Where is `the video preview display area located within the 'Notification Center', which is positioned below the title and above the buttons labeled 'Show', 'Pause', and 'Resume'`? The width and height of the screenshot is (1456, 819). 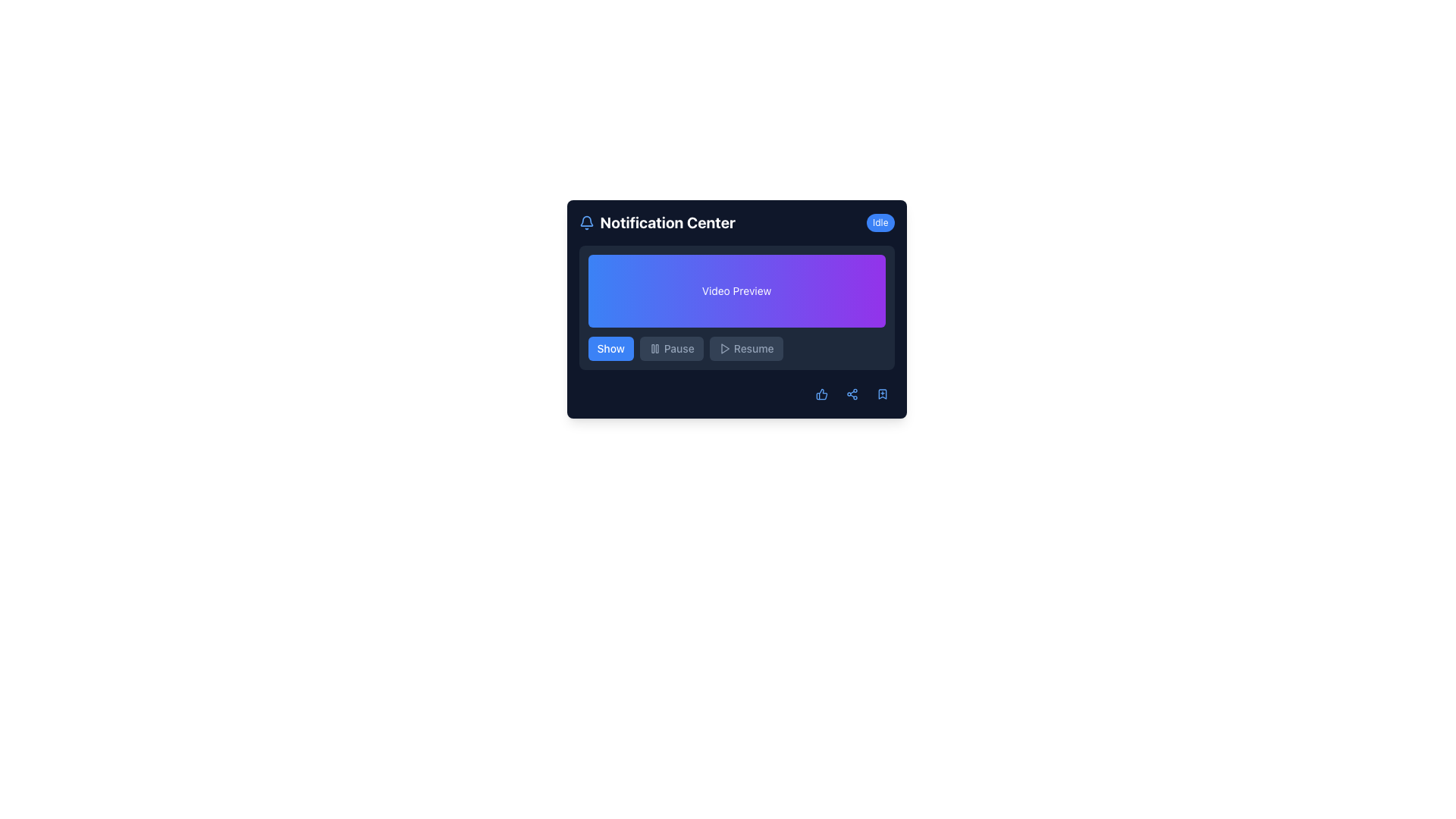
the video preview display area located within the 'Notification Center', which is positioned below the title and above the buttons labeled 'Show', 'Pause', and 'Resume' is located at coordinates (736, 307).